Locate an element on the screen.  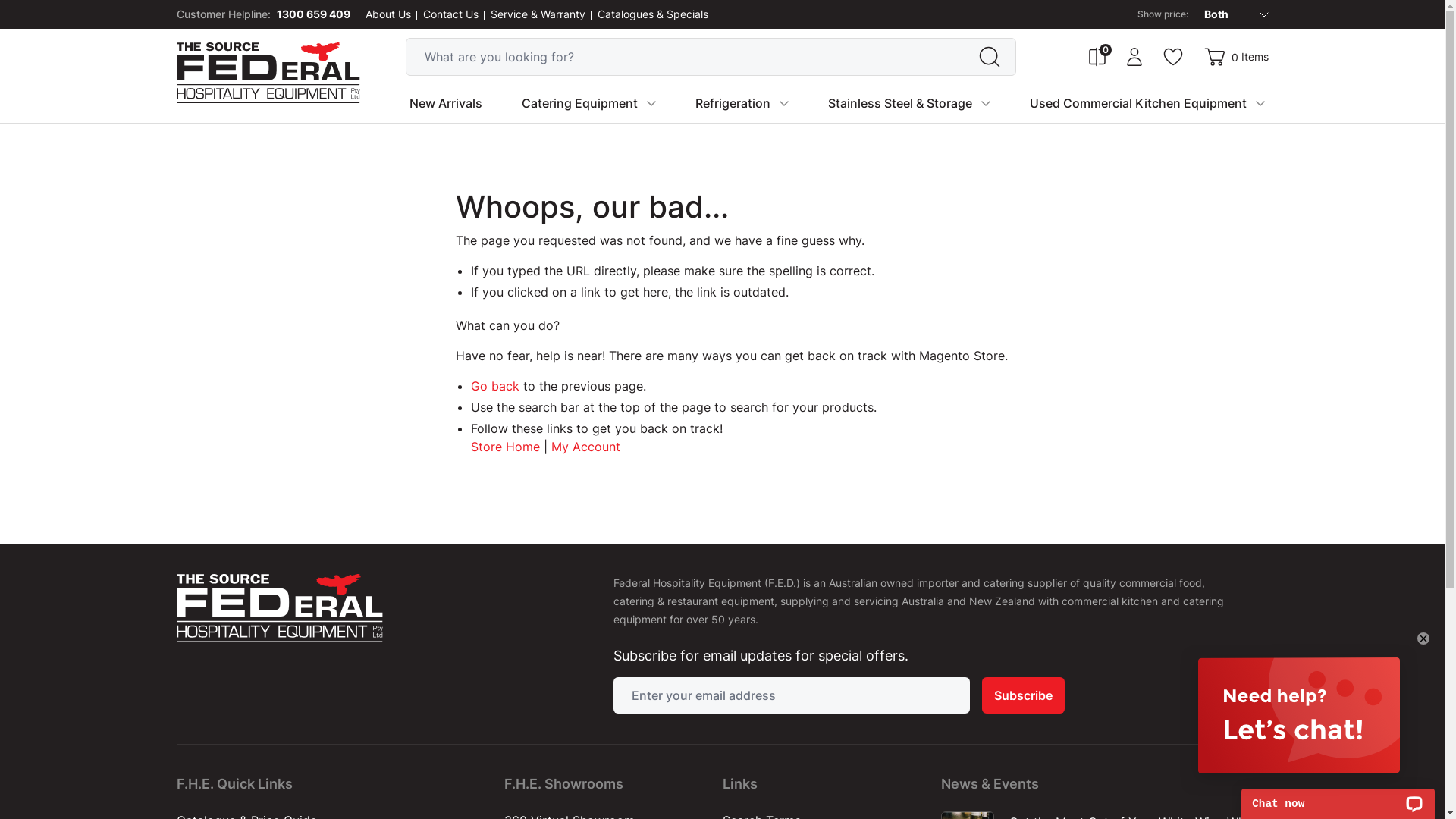
'Cart is located at coordinates (1203, 55).